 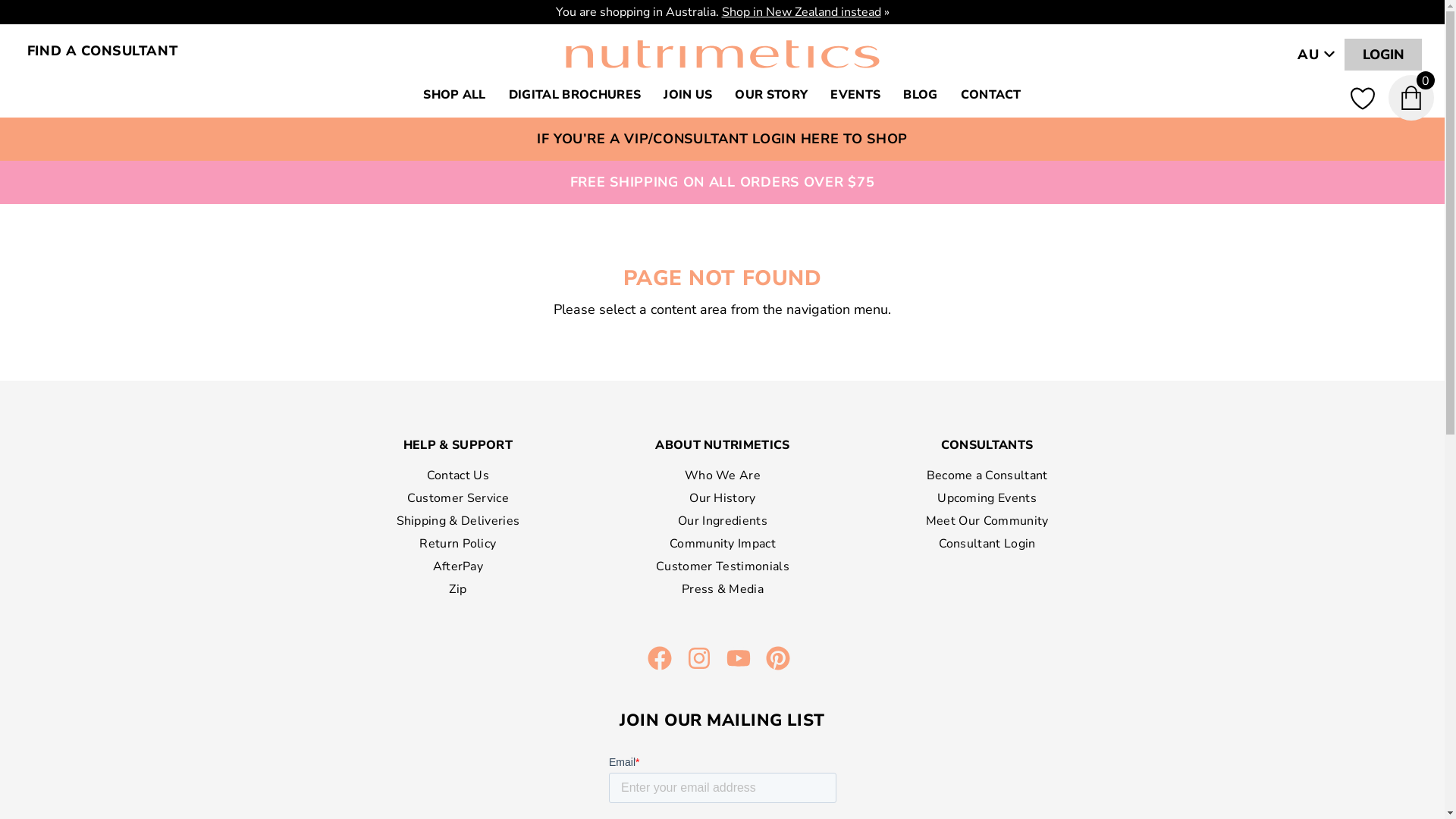 What do you see at coordinates (457, 497) in the screenshot?
I see `'Customer Service'` at bounding box center [457, 497].